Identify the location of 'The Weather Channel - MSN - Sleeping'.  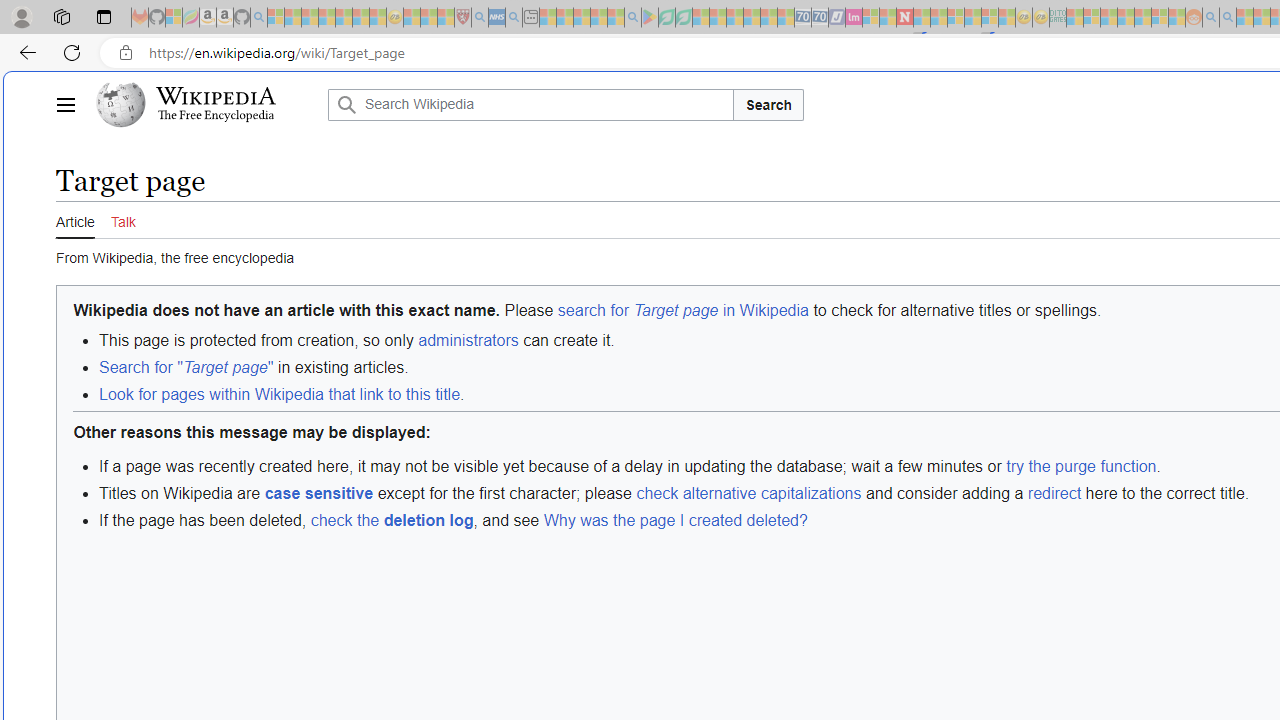
(308, 17).